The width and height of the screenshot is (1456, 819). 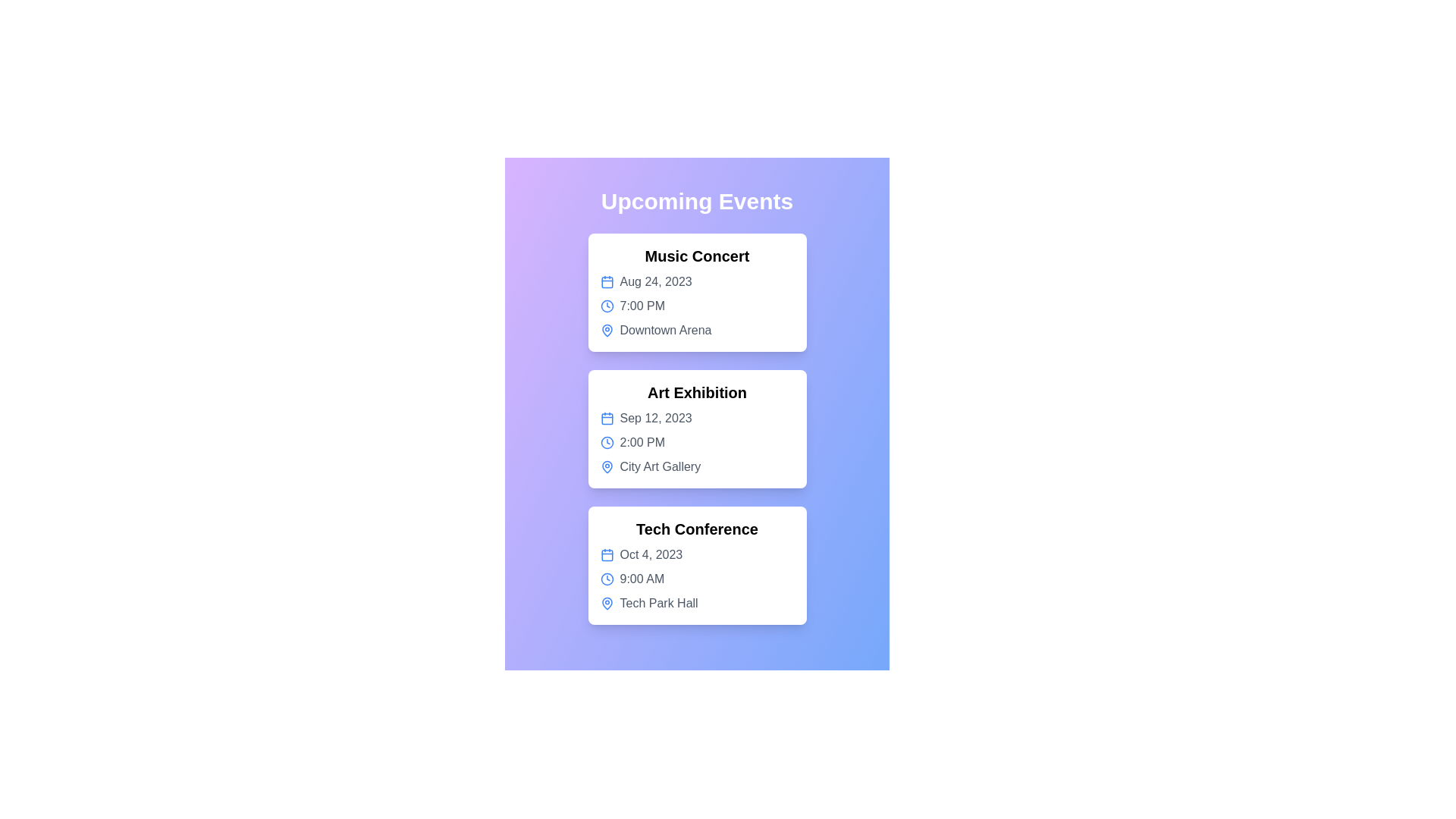 What do you see at coordinates (696, 256) in the screenshot?
I see `the text label stating 'Music Concert', which is styled in bold and enlarged black font, positioned at the top of the event card` at bounding box center [696, 256].